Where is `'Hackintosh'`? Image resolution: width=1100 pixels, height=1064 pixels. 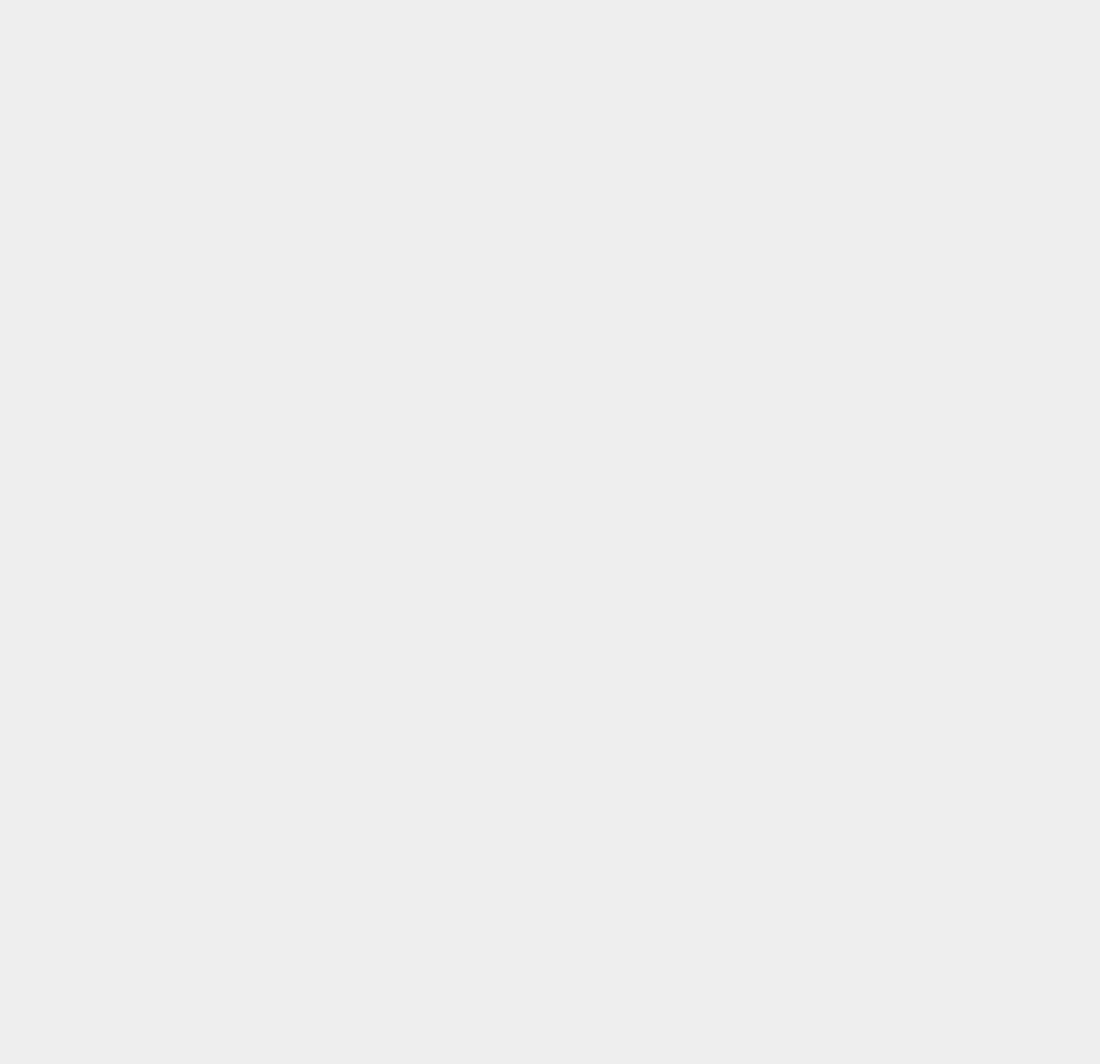 'Hackintosh' is located at coordinates (813, 56).